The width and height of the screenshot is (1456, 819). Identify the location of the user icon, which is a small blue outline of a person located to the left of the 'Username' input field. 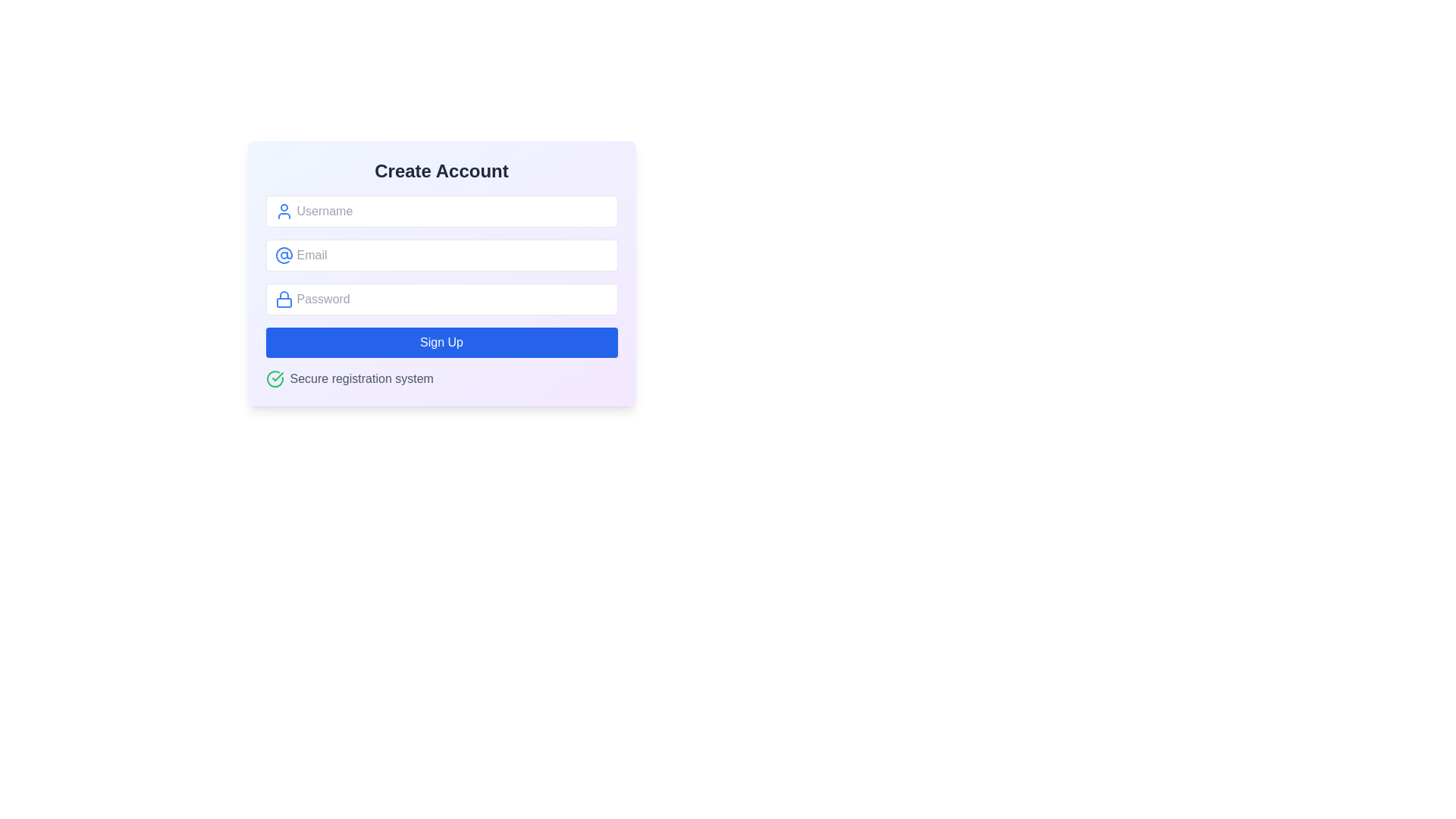
(284, 211).